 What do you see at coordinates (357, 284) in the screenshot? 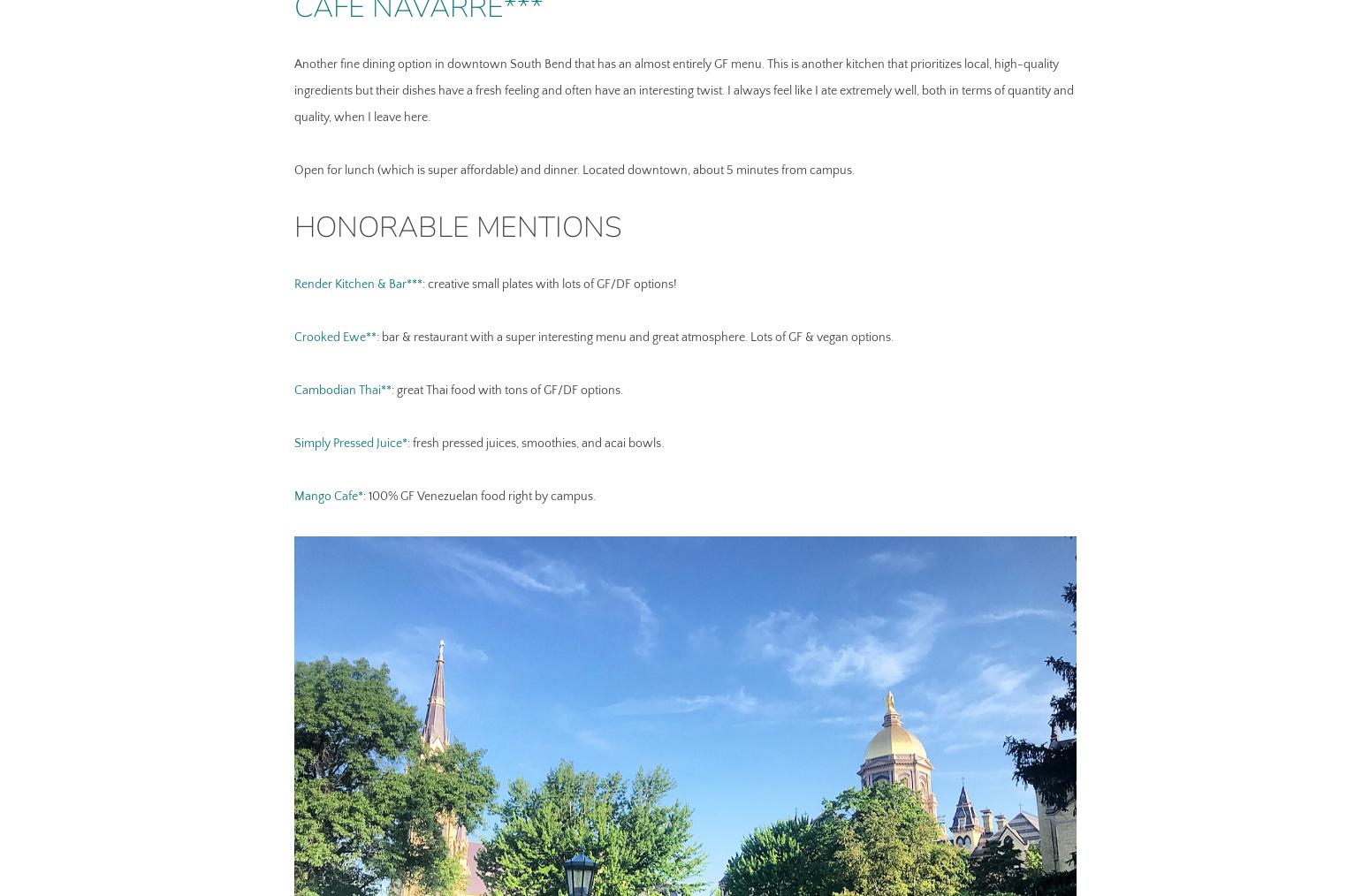
I see `'Render Kitchen & Bar***'` at bounding box center [357, 284].